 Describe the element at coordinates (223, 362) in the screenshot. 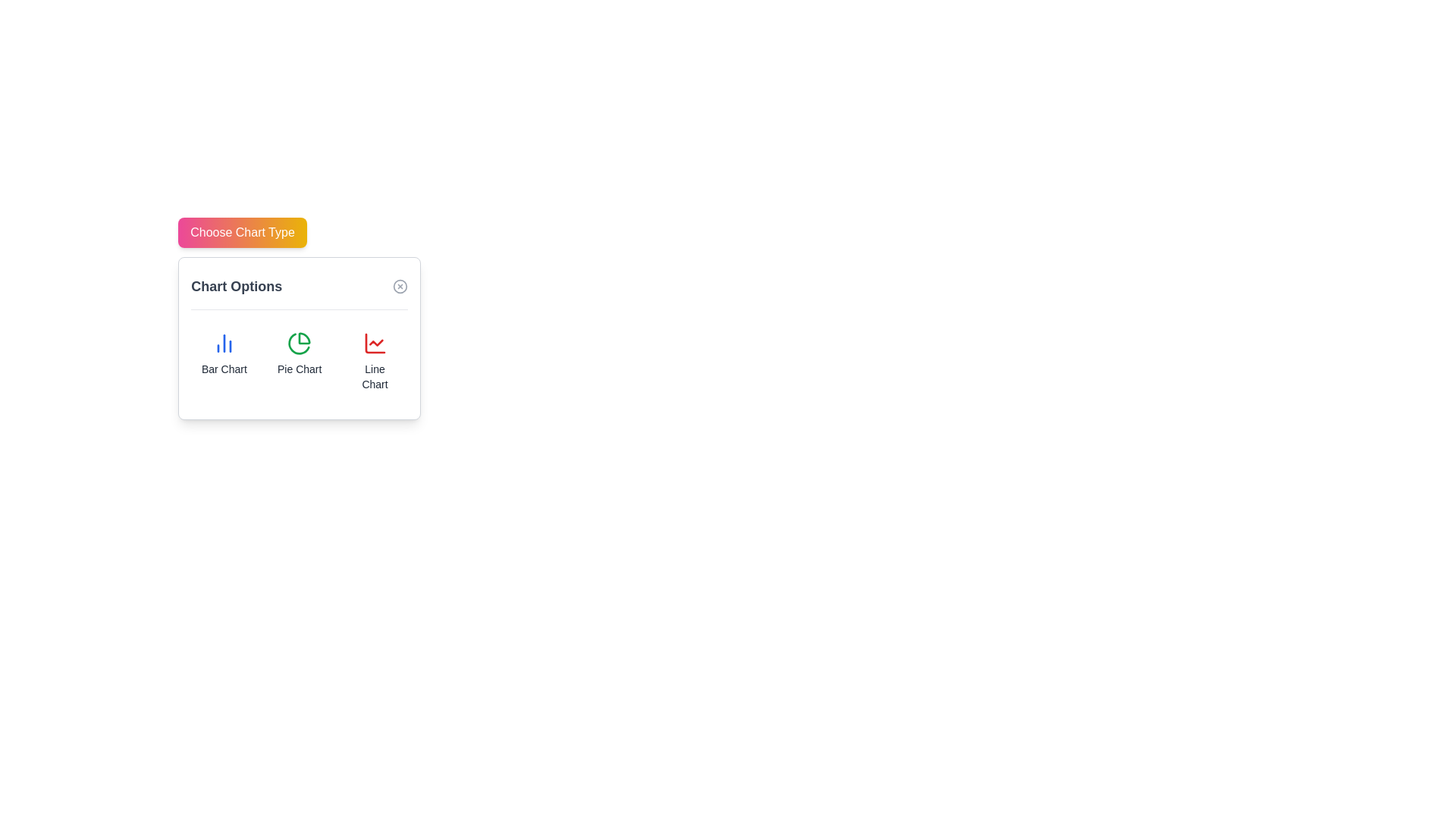

I see `the 'Bar Chart' button, which is the first selectable item in the 'Chart Options' grid and features a blue bar chart icon and 'Bar Chart' label` at that location.